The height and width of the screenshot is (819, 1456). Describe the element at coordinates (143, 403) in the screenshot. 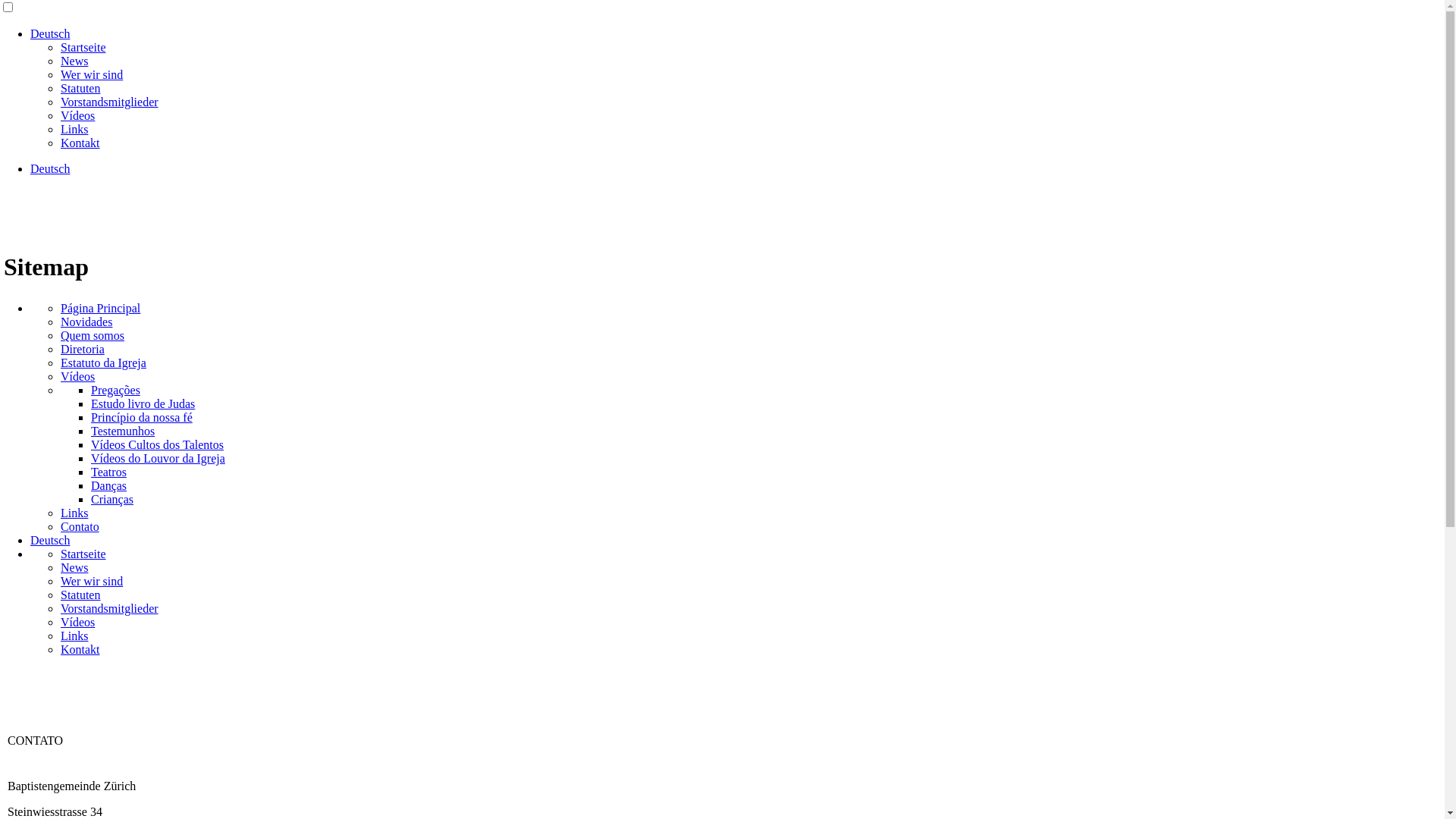

I see `'Estudo livro de Judas'` at that location.